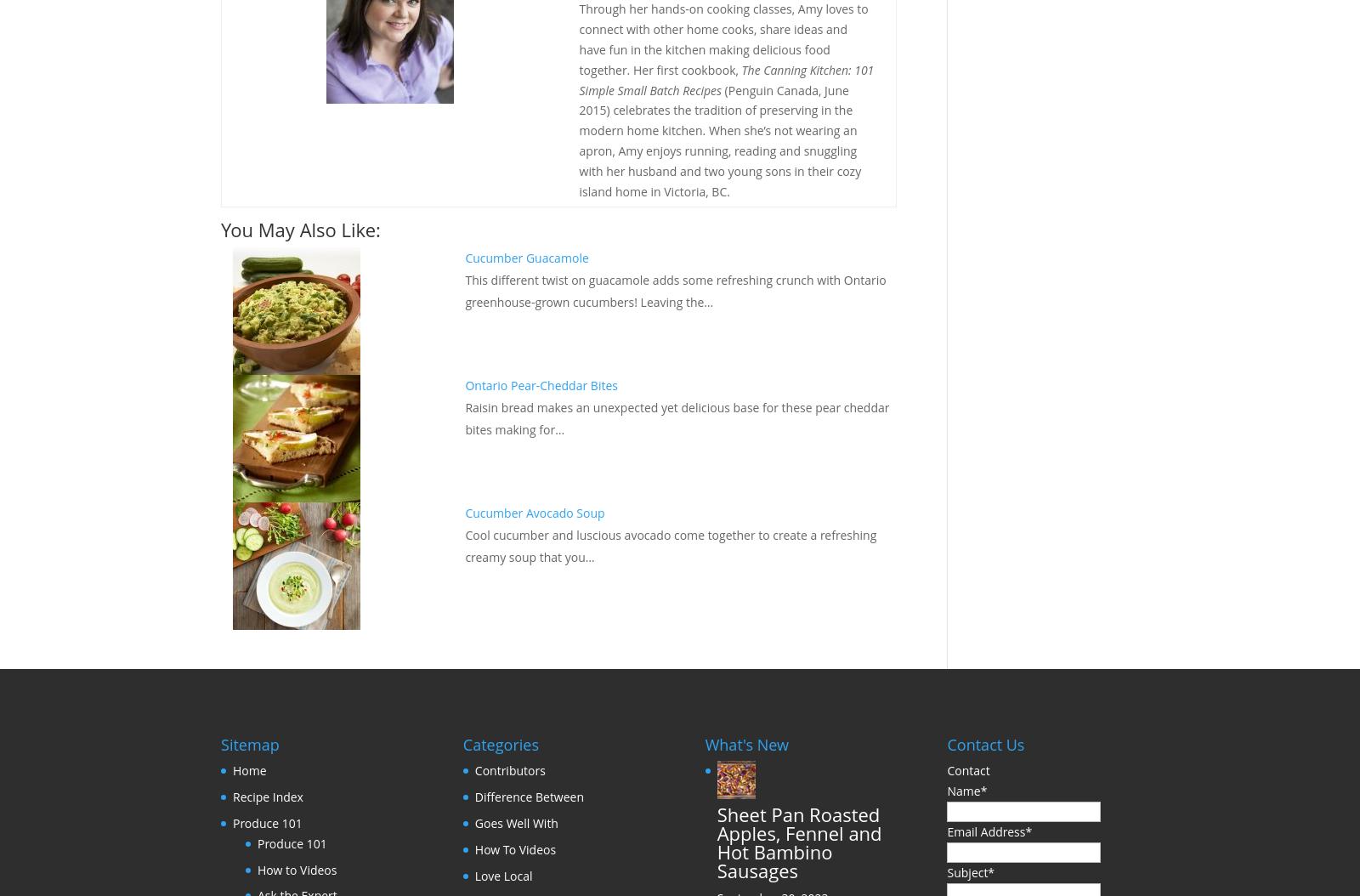 Image resolution: width=1360 pixels, height=896 pixels. What do you see at coordinates (947, 831) in the screenshot?
I see `'Email Address'` at bounding box center [947, 831].